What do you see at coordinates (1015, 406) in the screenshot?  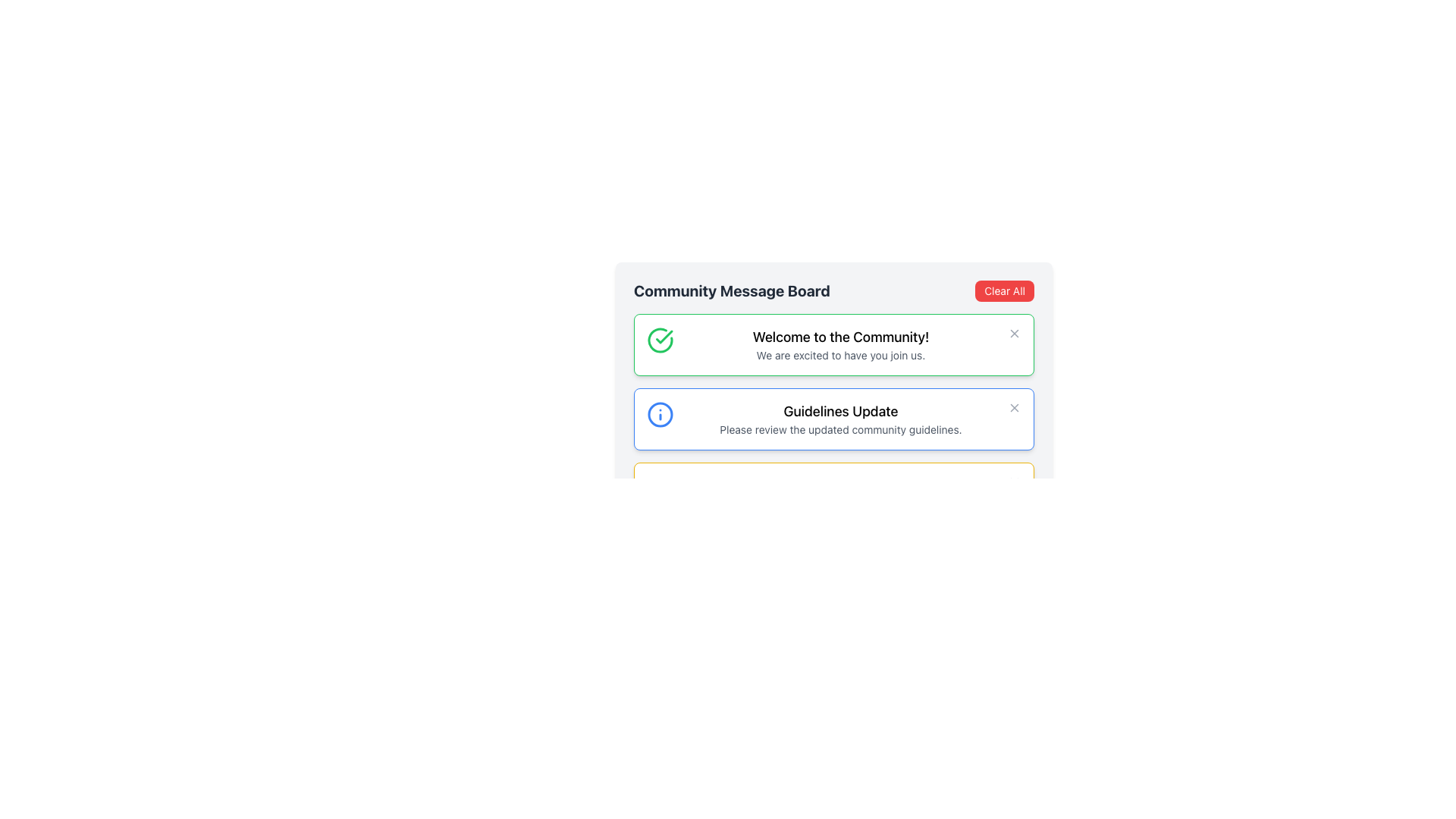 I see `the close button styled as a gray-bordered 'X' symbol located at the top-right corner of the card titled 'Guidelines Update'` at bounding box center [1015, 406].